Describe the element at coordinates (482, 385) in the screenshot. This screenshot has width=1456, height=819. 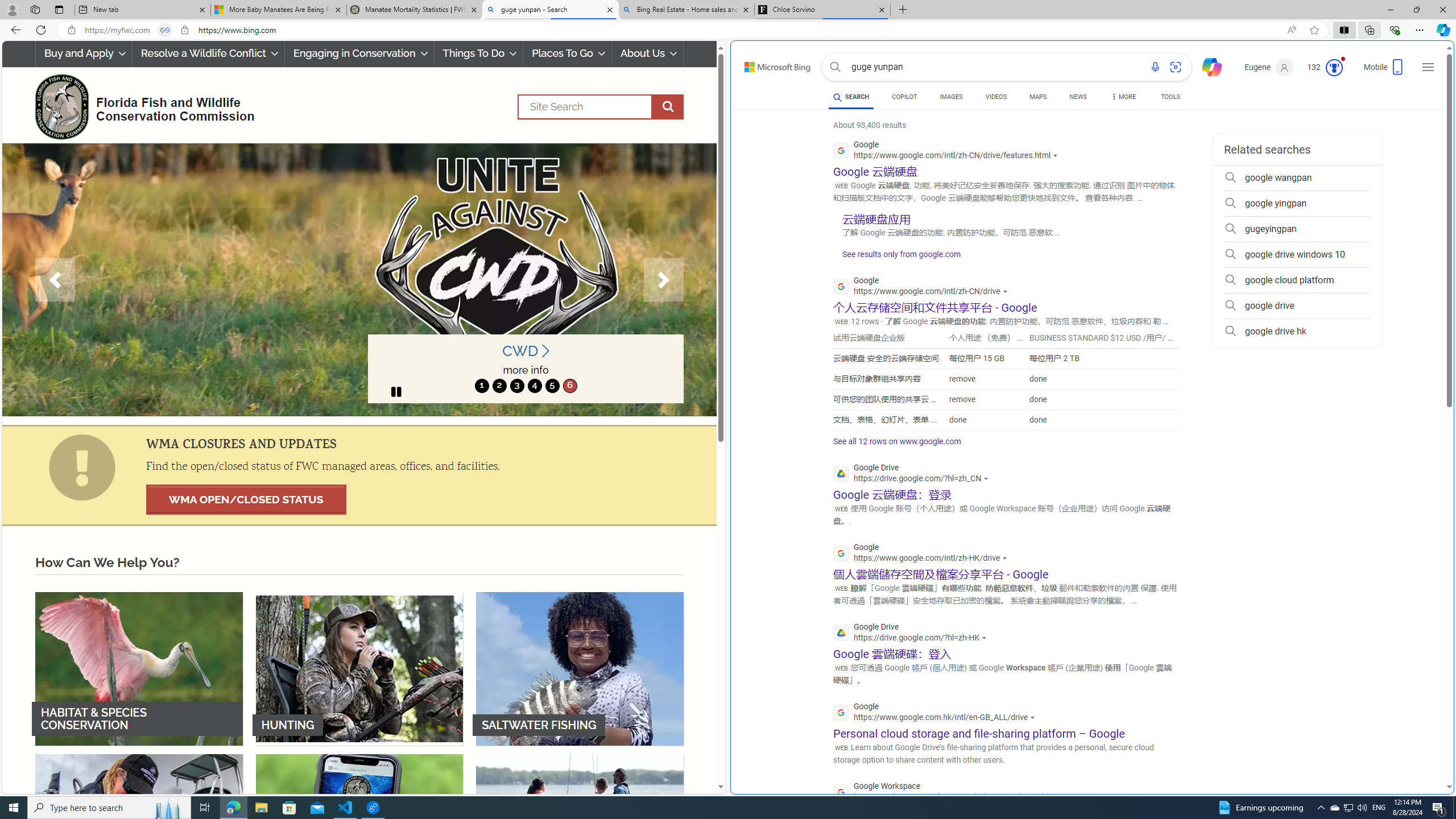
I see `'1'` at that location.